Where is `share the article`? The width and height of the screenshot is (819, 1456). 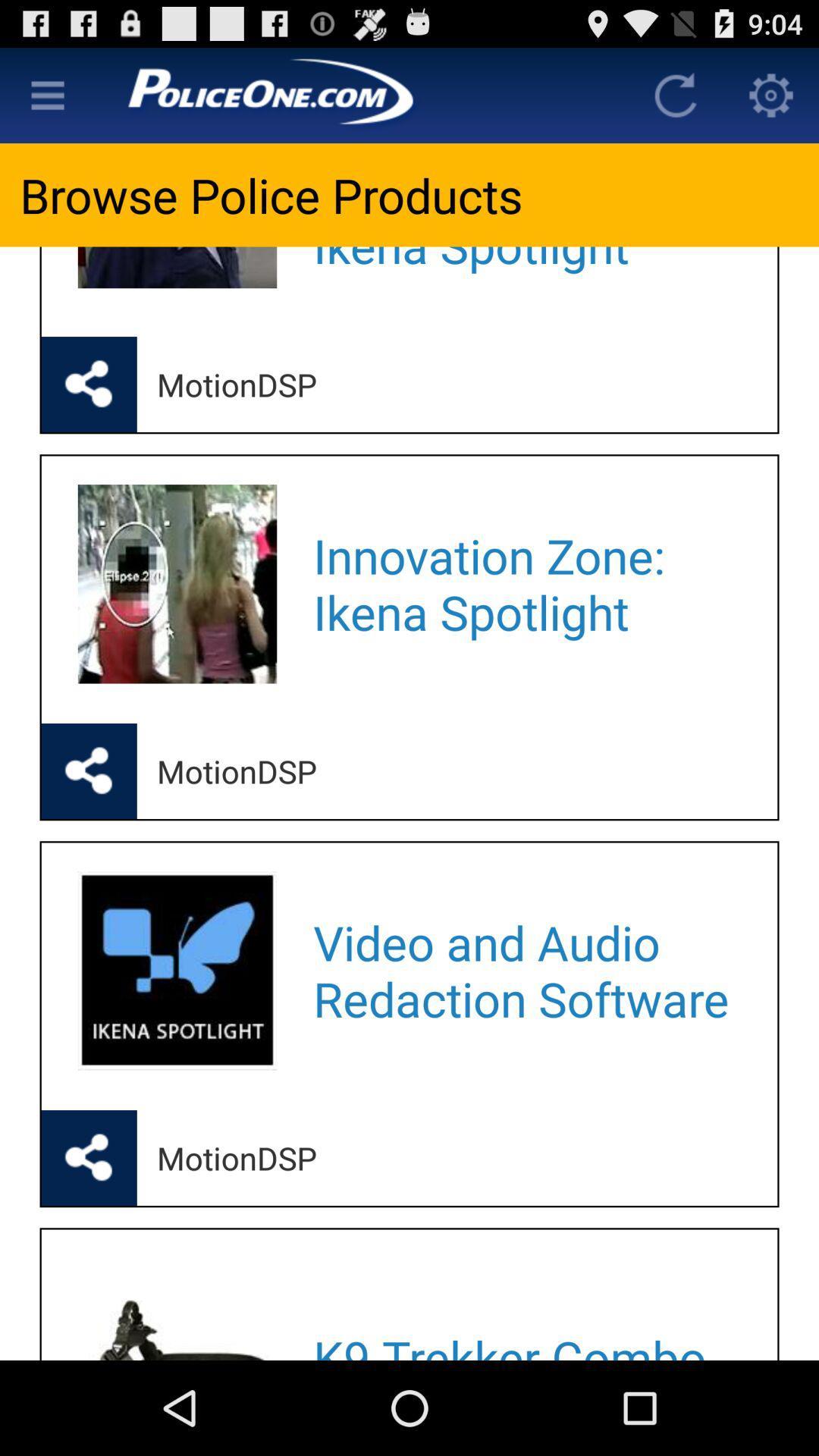 share the article is located at coordinates (89, 771).